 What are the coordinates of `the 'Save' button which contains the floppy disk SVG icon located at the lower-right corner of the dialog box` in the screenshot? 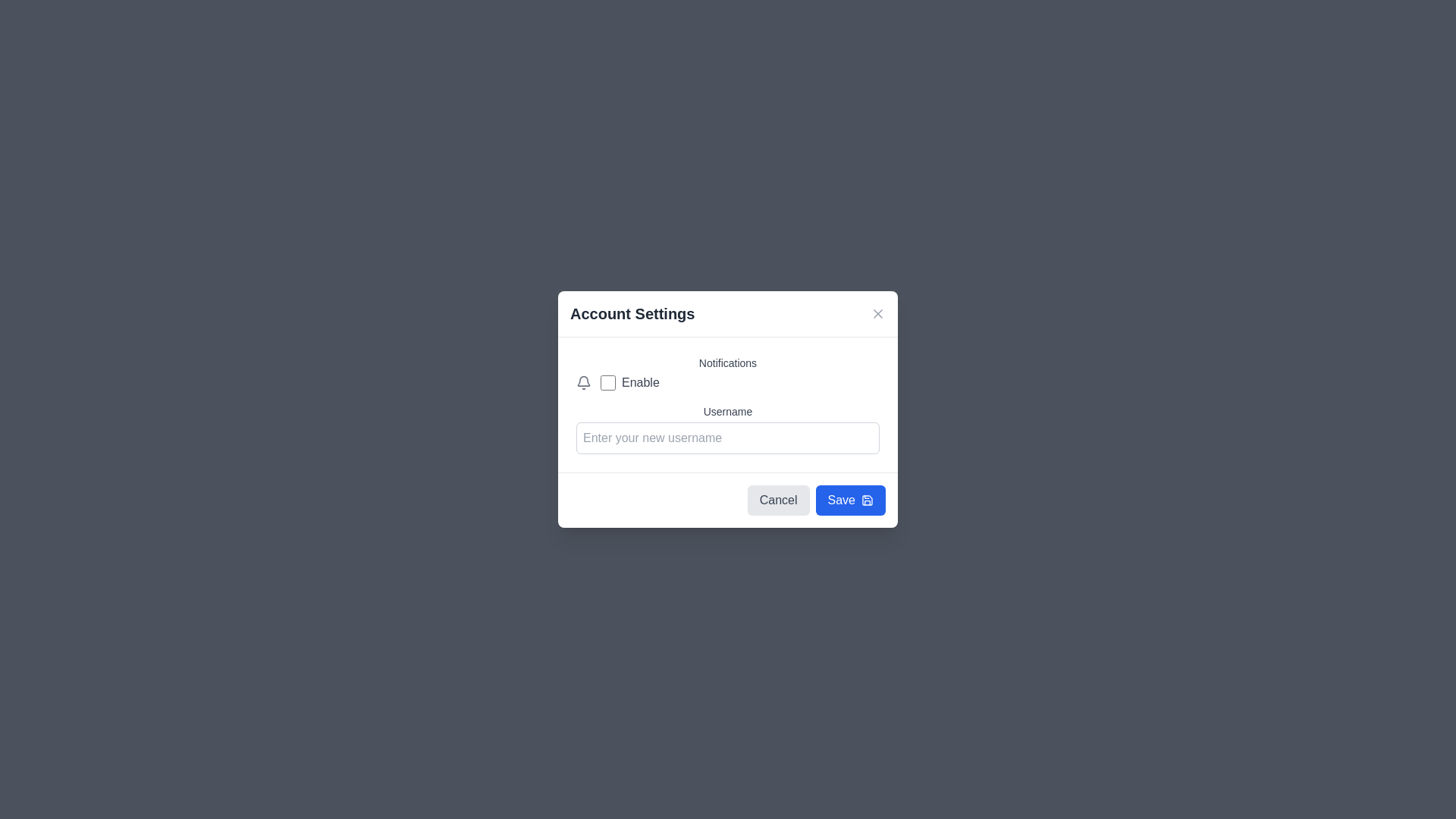 It's located at (867, 500).